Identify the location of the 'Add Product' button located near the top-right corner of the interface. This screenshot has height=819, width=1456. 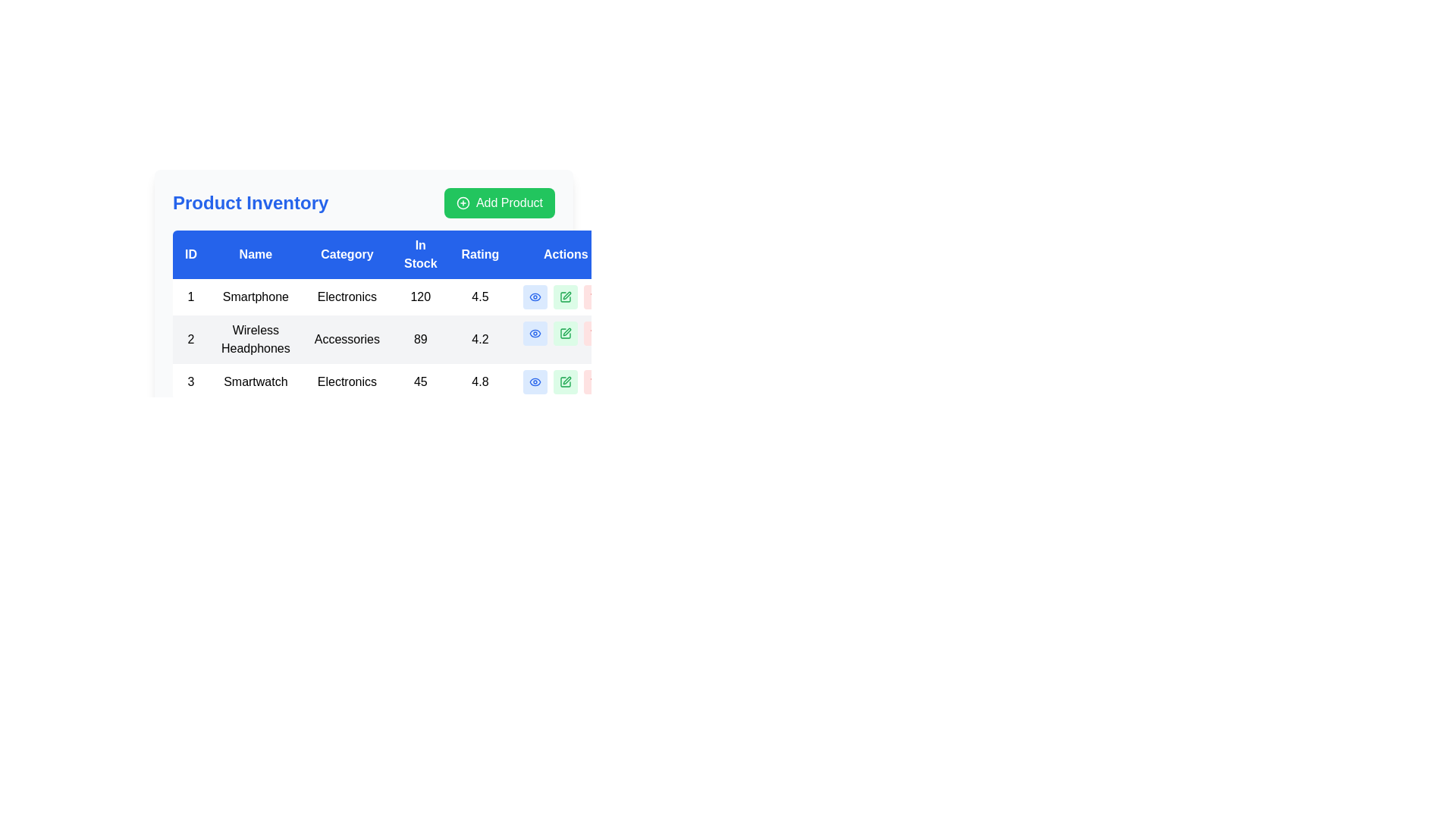
(499, 202).